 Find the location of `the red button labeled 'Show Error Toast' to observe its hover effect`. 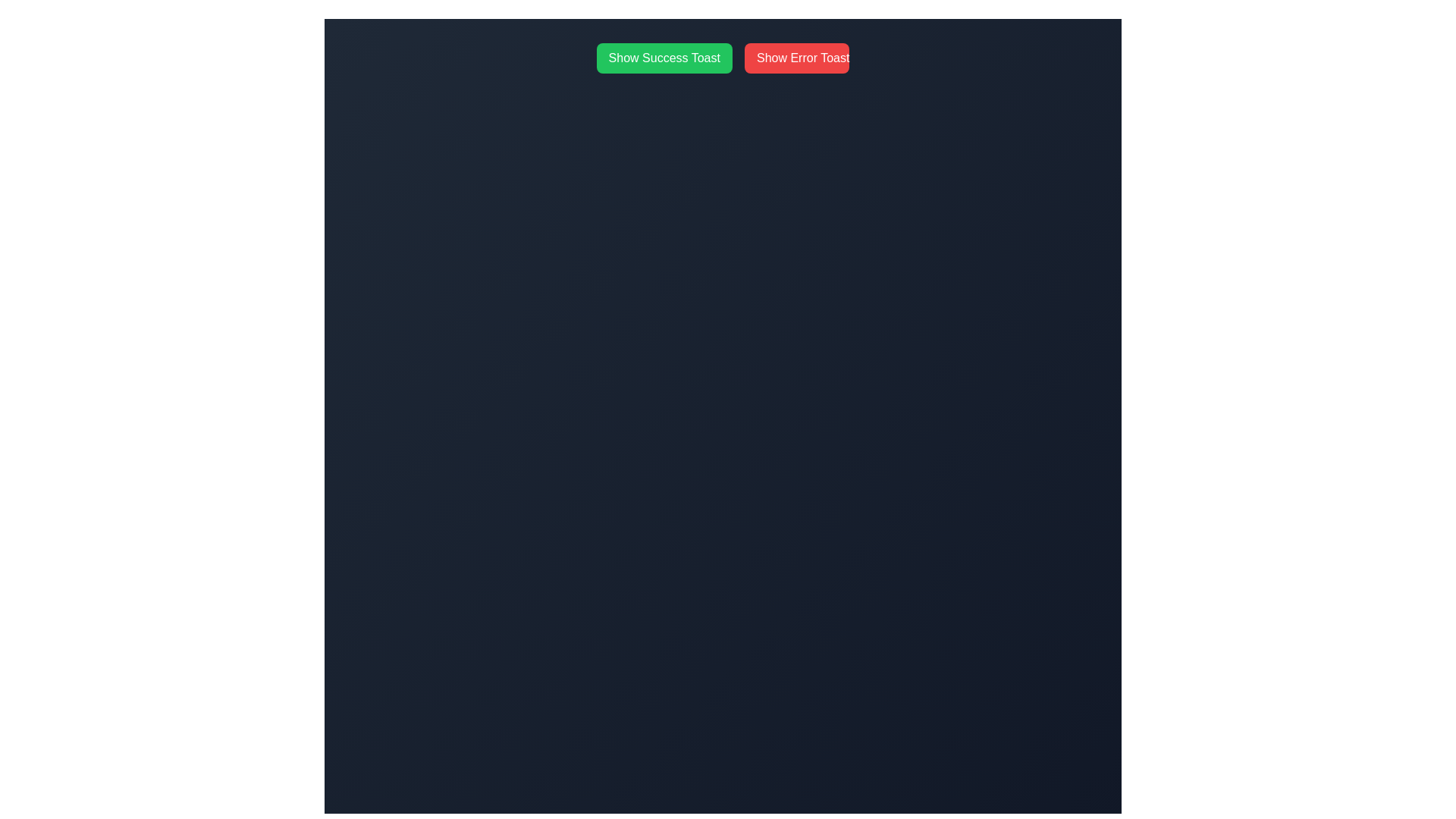

the red button labeled 'Show Error Toast' to observe its hover effect is located at coordinates (796, 58).